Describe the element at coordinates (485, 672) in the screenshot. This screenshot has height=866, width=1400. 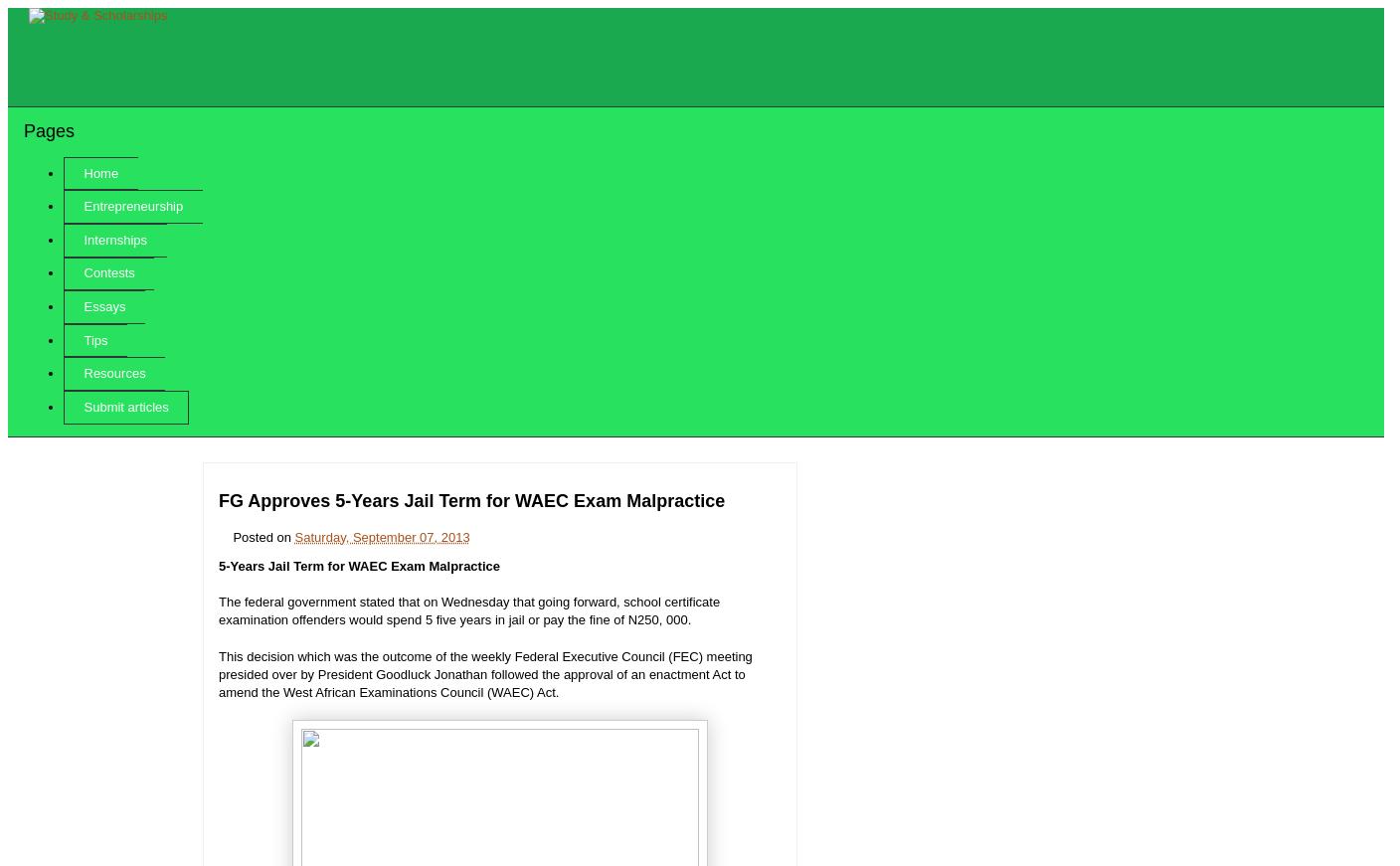
I see `'This decision which was the outcome of the weekly Federal Executive Council (FEC) meeting presided over by President Goodluck Jonathan followed the approval of an enactment Act to amend the West African Examinations Council (WAEC) Act.'` at that location.